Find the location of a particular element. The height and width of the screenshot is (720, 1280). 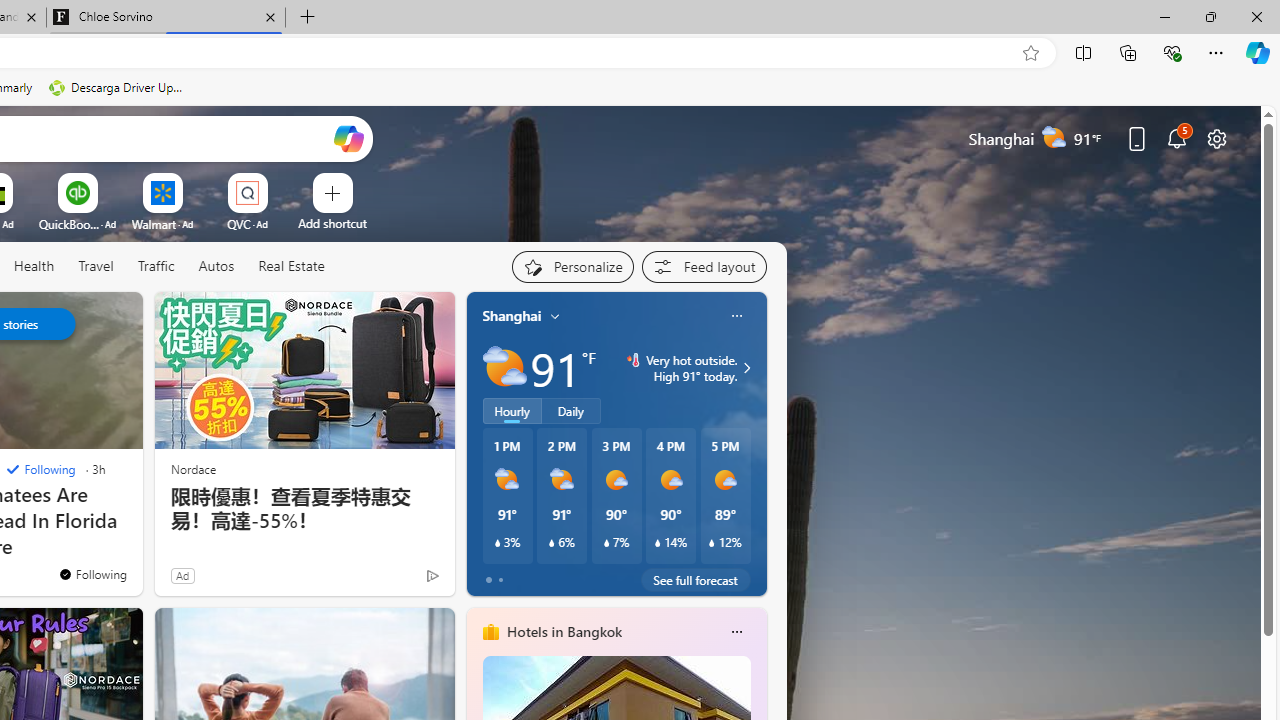

'Hotels in Bangkok' is located at coordinates (562, 631).